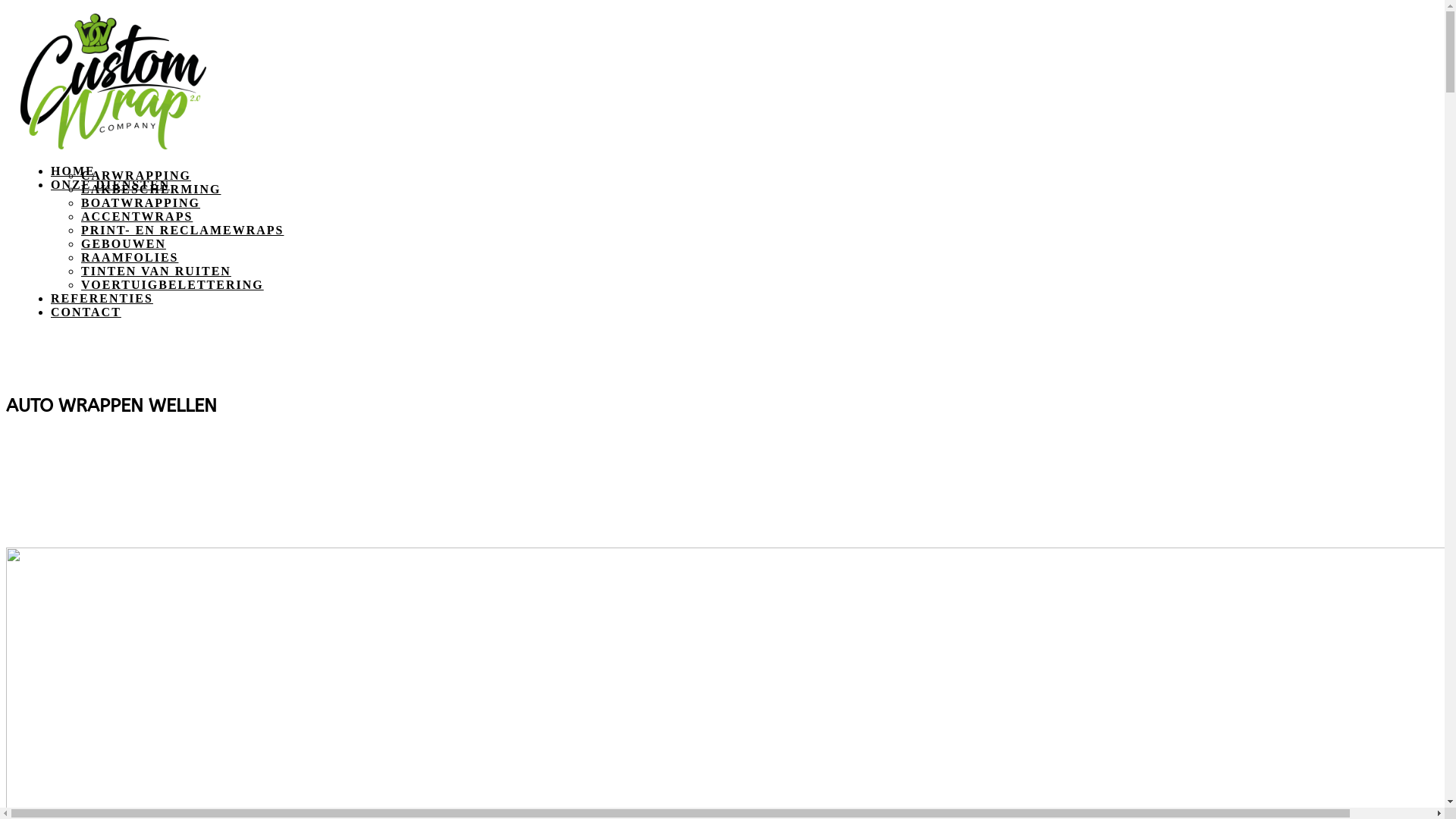  Describe the element at coordinates (80, 270) in the screenshot. I see `'TINTEN VAN RUITEN'` at that location.